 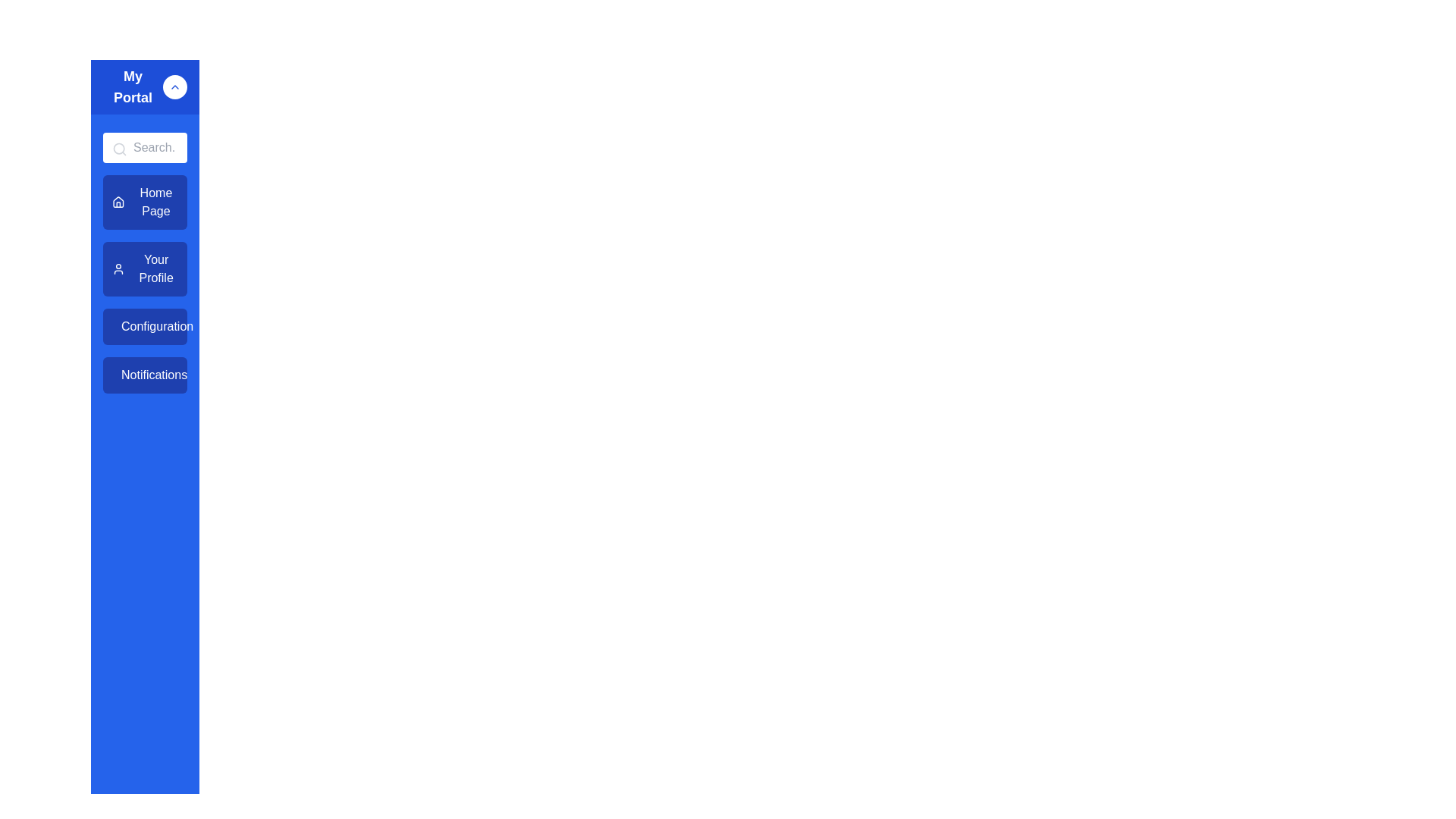 What do you see at coordinates (145, 148) in the screenshot?
I see `the search input field` at bounding box center [145, 148].